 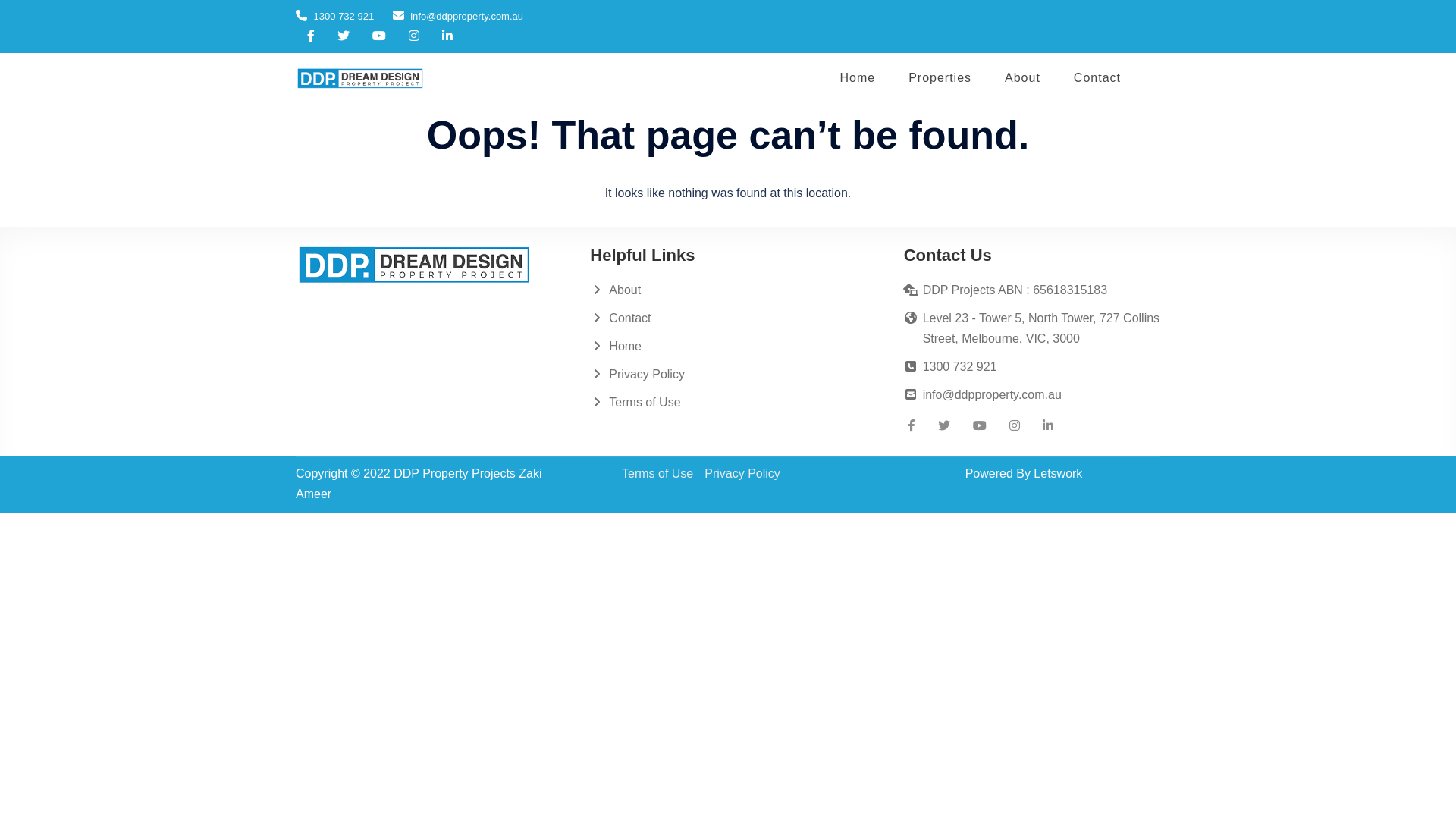 I want to click on 'Letswork', so click(x=1057, y=472).